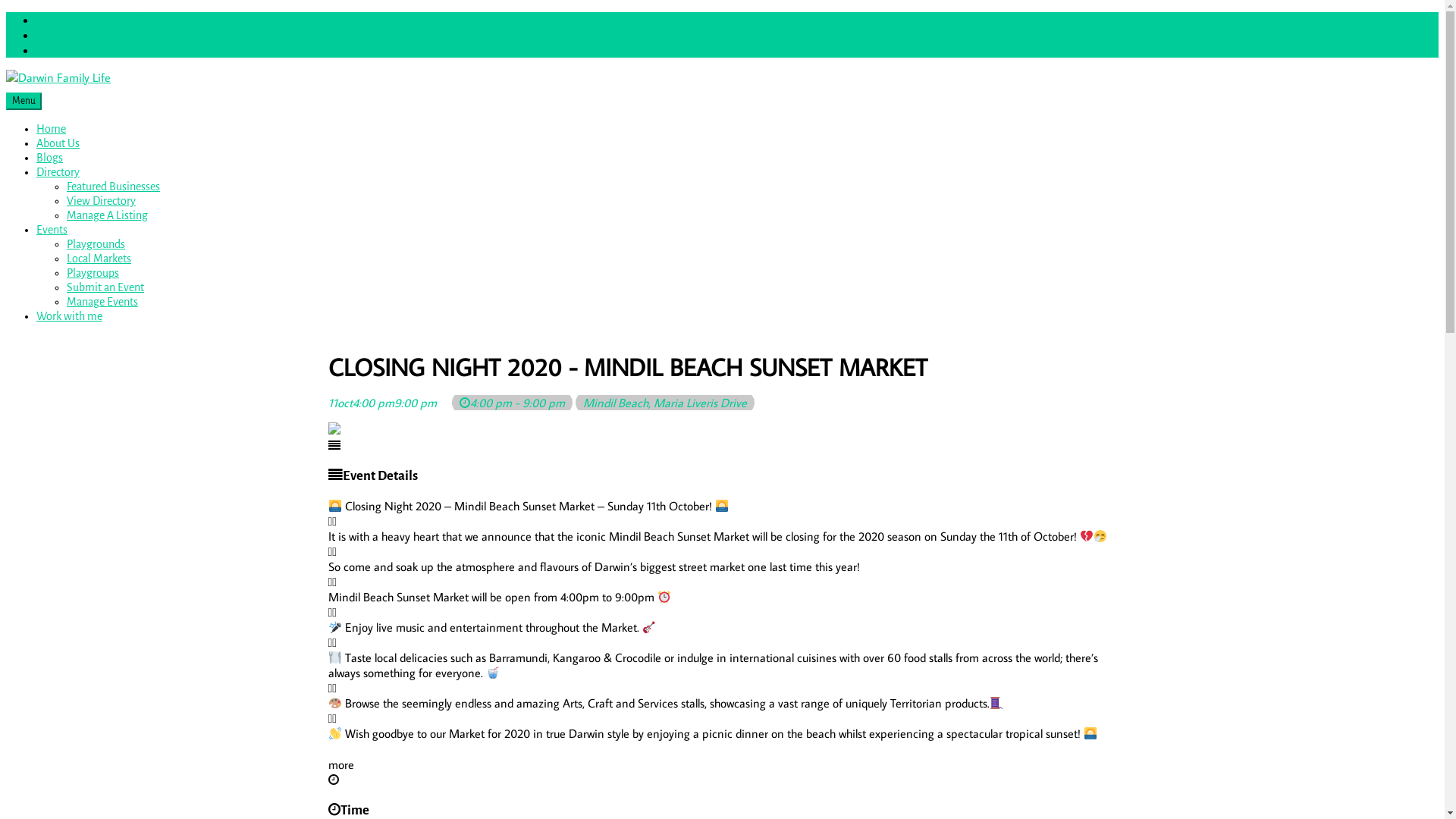  What do you see at coordinates (51, 127) in the screenshot?
I see `'Home'` at bounding box center [51, 127].